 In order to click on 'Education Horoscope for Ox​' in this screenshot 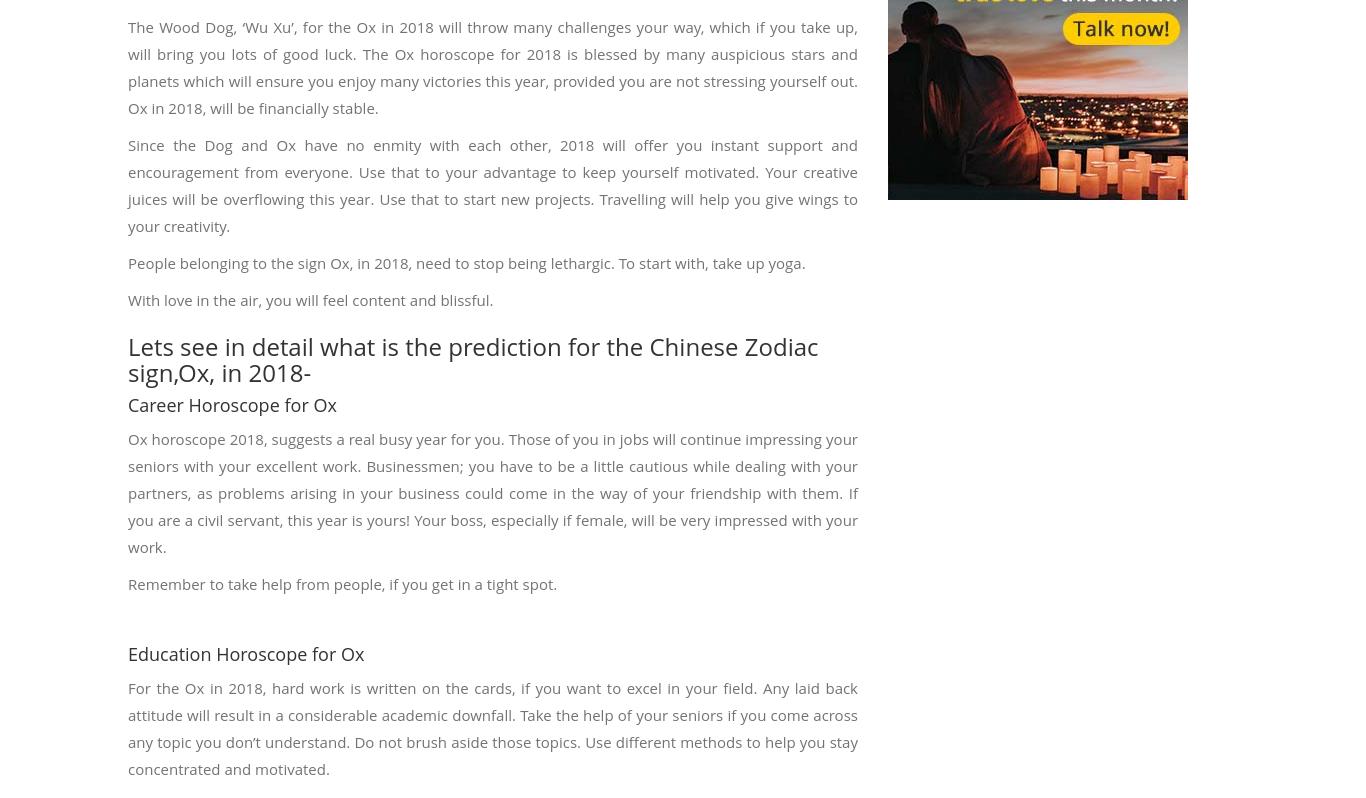, I will do `click(246, 652)`.